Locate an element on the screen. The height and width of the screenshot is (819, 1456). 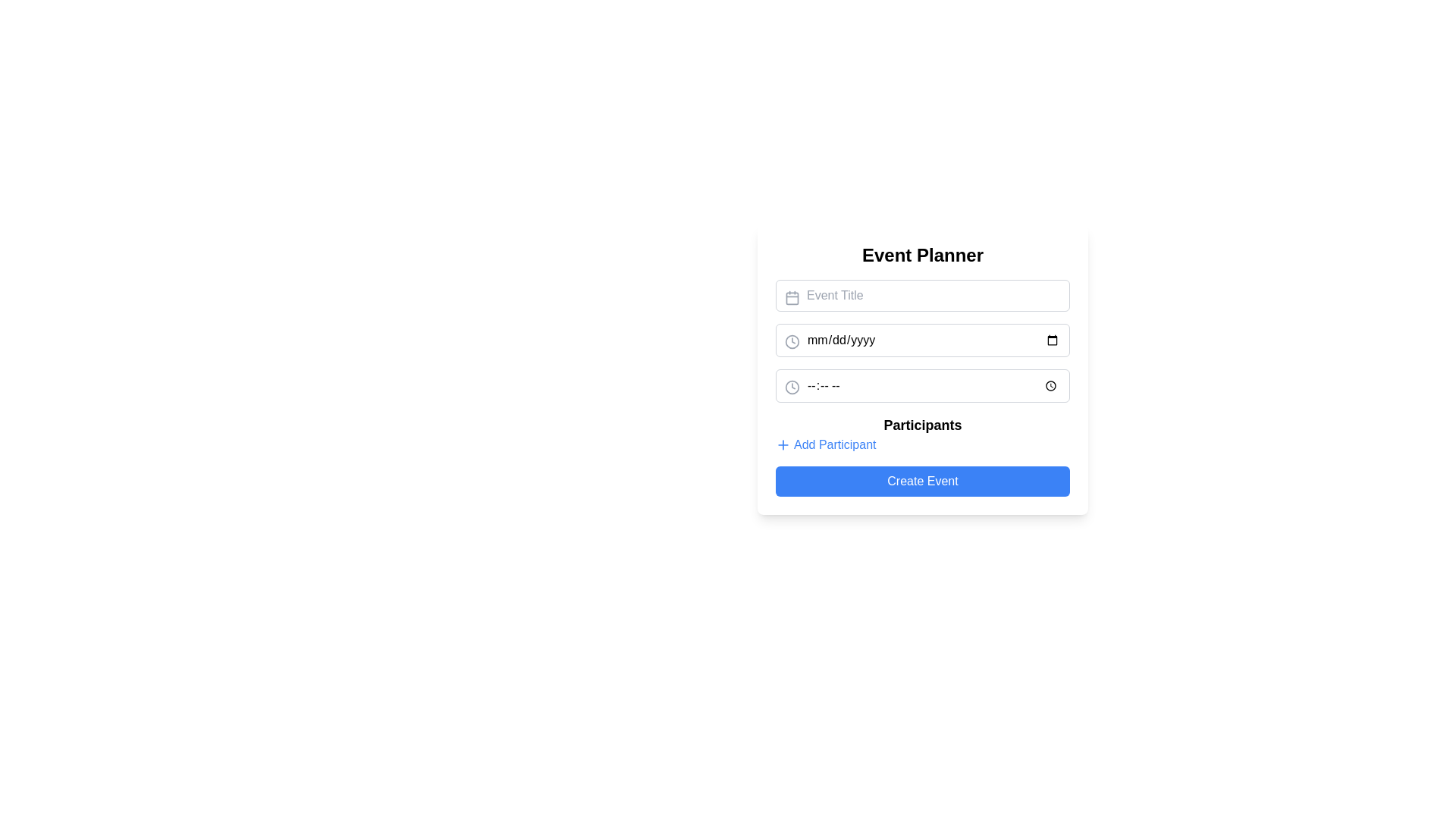
the calendar icon located at the top left corner of the 'Event Title' input field is located at coordinates (792, 298).